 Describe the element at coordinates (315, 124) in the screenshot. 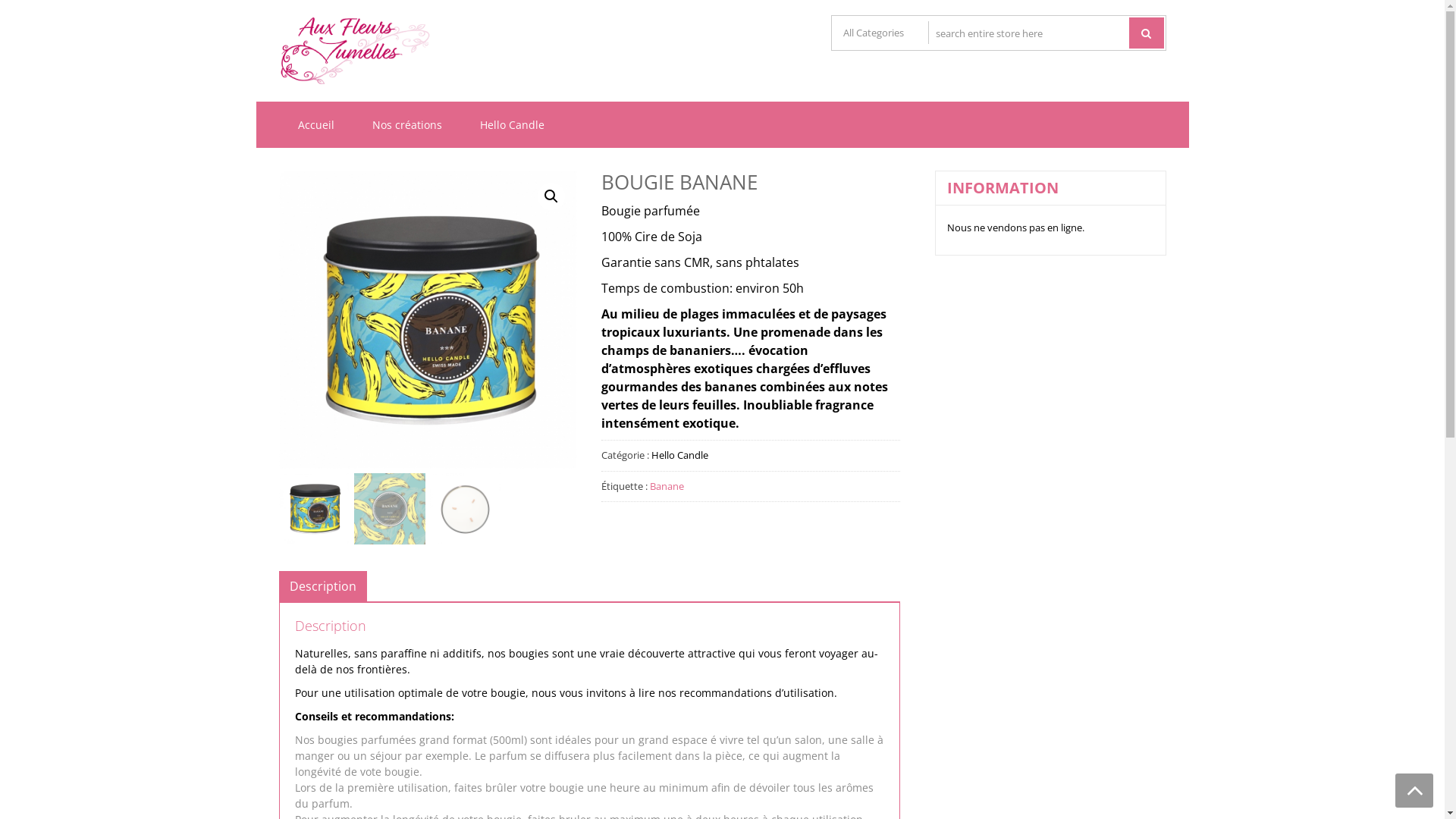

I see `'Accueil'` at that location.